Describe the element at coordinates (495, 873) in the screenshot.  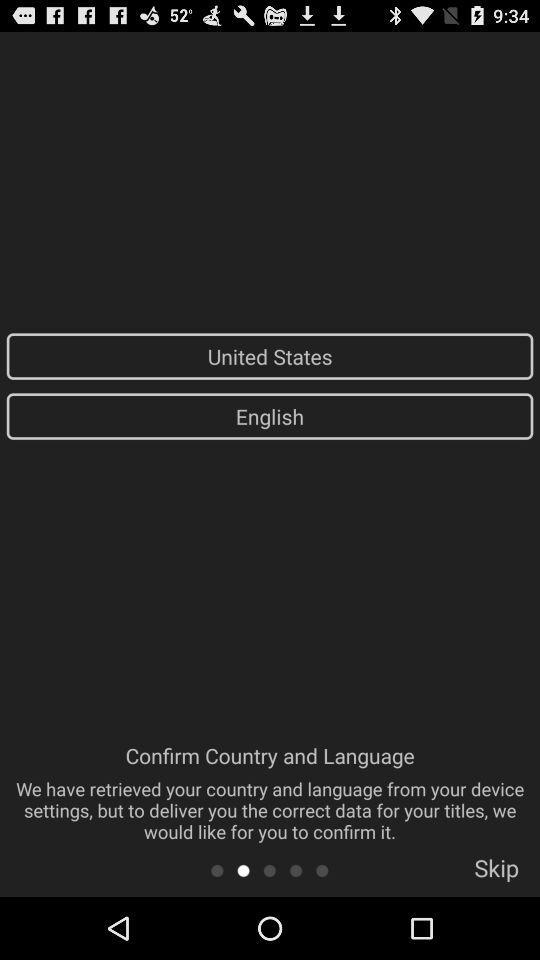
I see `skip` at that location.